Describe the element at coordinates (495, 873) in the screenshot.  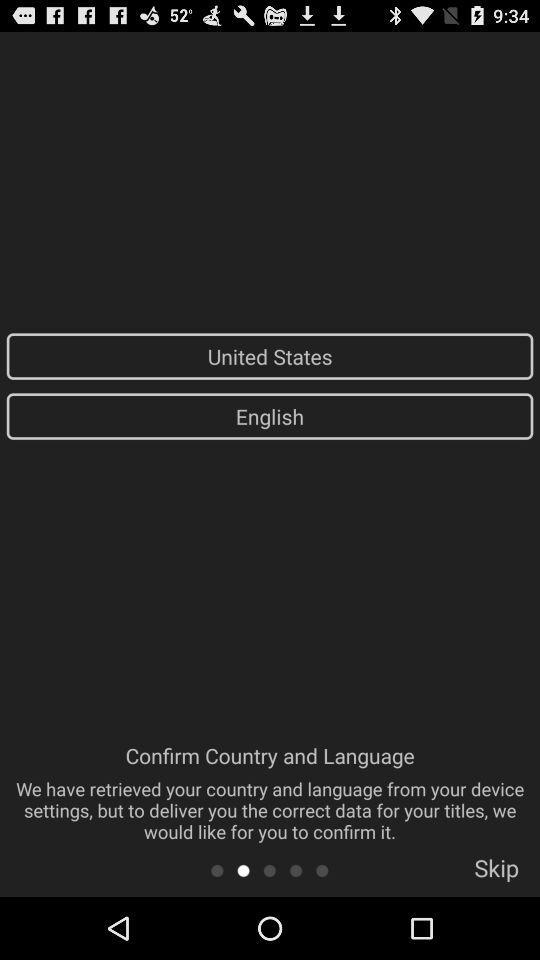
I see `skip` at that location.